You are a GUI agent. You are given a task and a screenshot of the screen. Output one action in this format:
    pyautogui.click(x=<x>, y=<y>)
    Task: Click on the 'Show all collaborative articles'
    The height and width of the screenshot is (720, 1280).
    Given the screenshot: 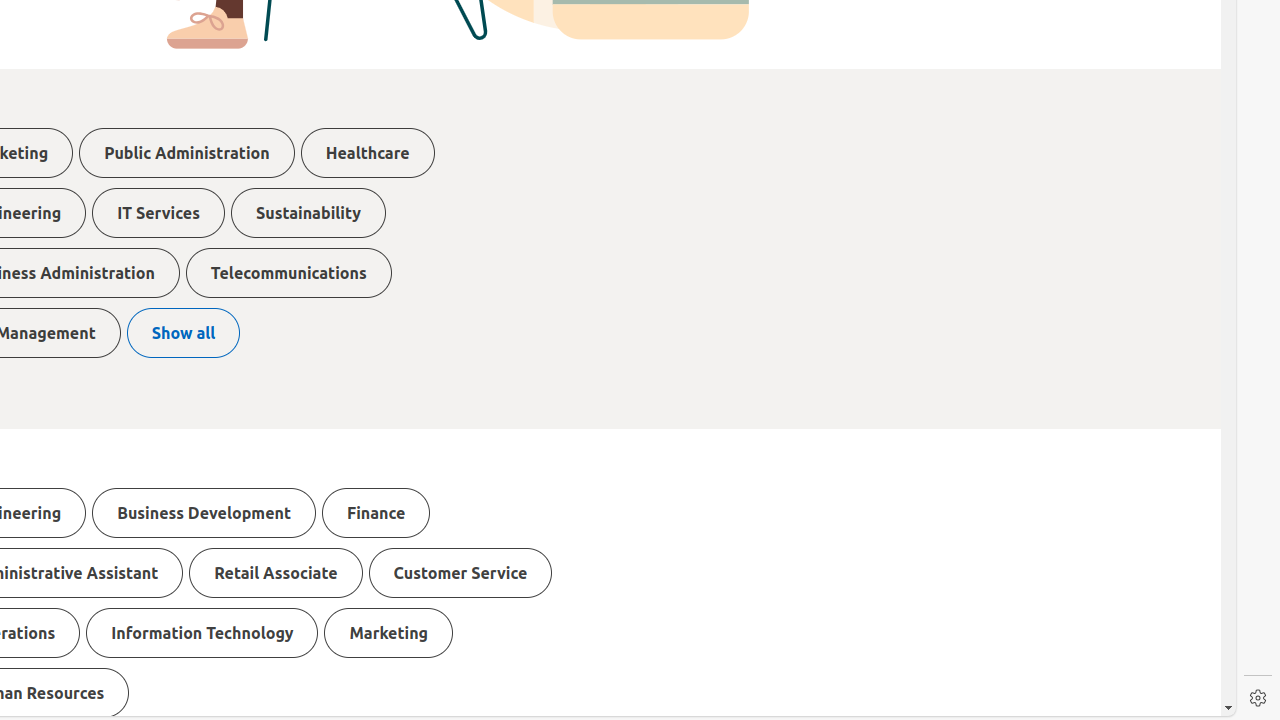 What is the action you would take?
    pyautogui.click(x=183, y=332)
    